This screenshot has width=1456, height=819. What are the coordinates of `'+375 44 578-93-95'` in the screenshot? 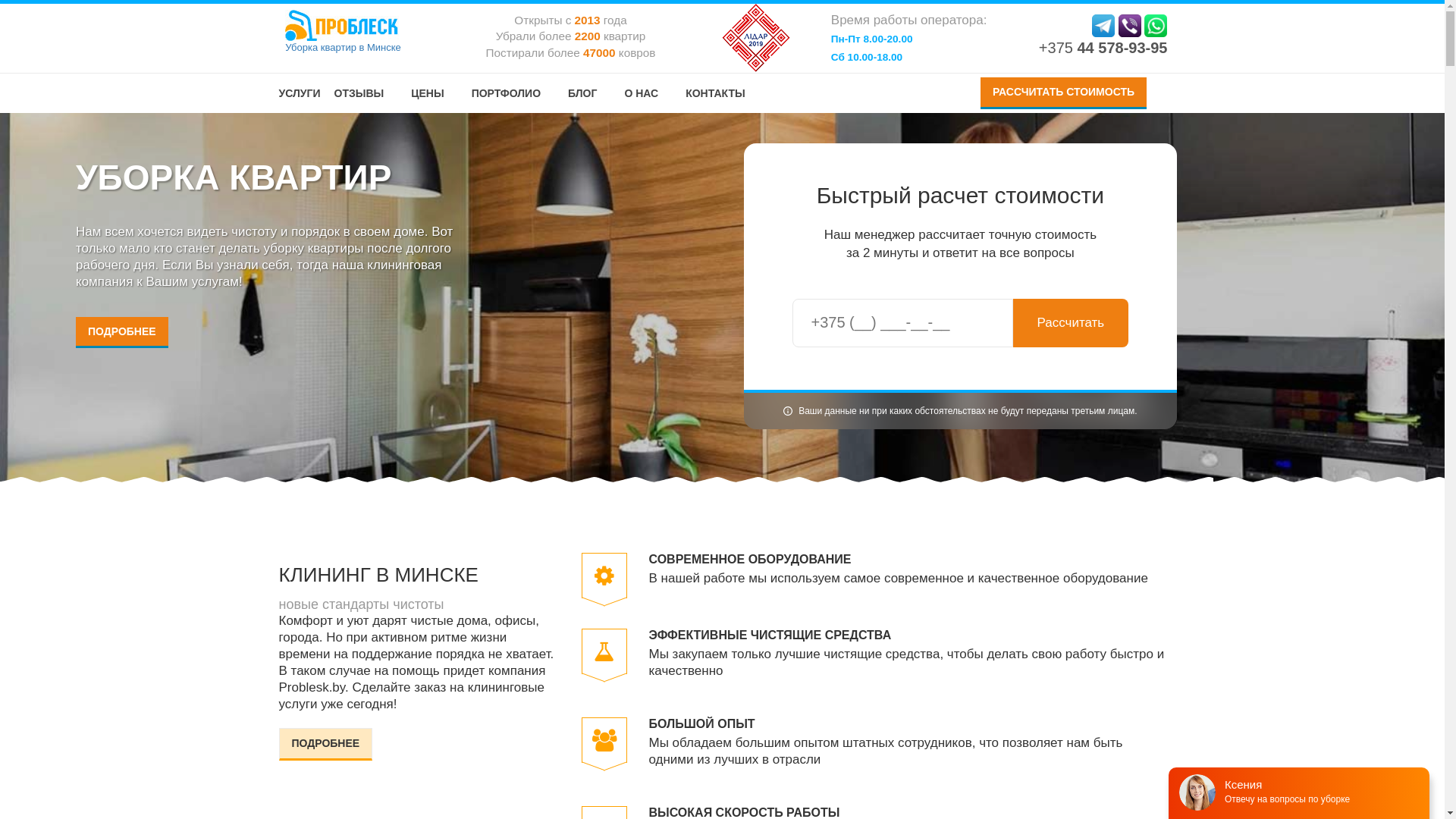 It's located at (1103, 46).